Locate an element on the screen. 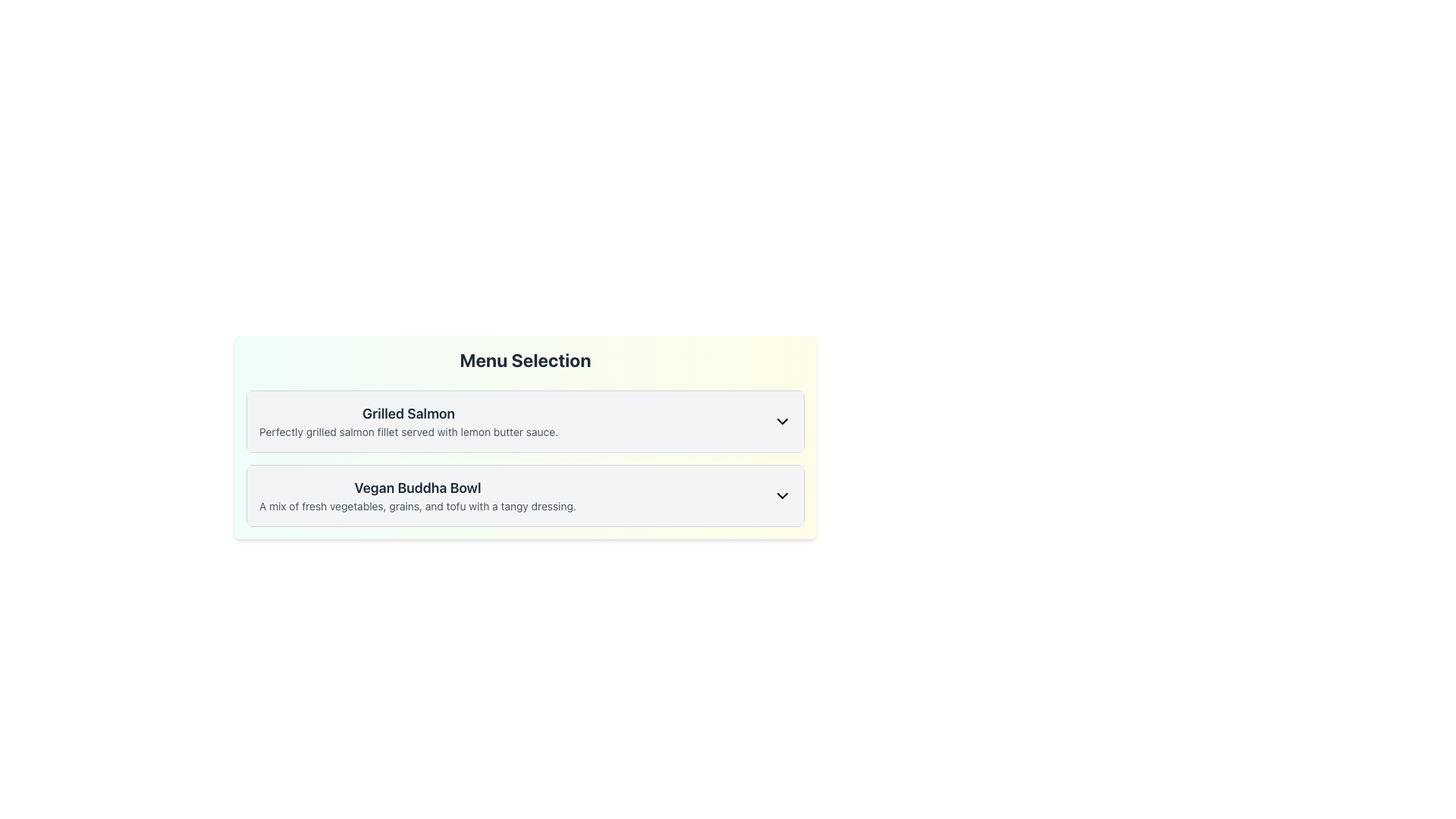  to select the 'Vegan Buddha Bowl' option from the vertical selection menu under the header 'Menu Selection' is located at coordinates (525, 496).